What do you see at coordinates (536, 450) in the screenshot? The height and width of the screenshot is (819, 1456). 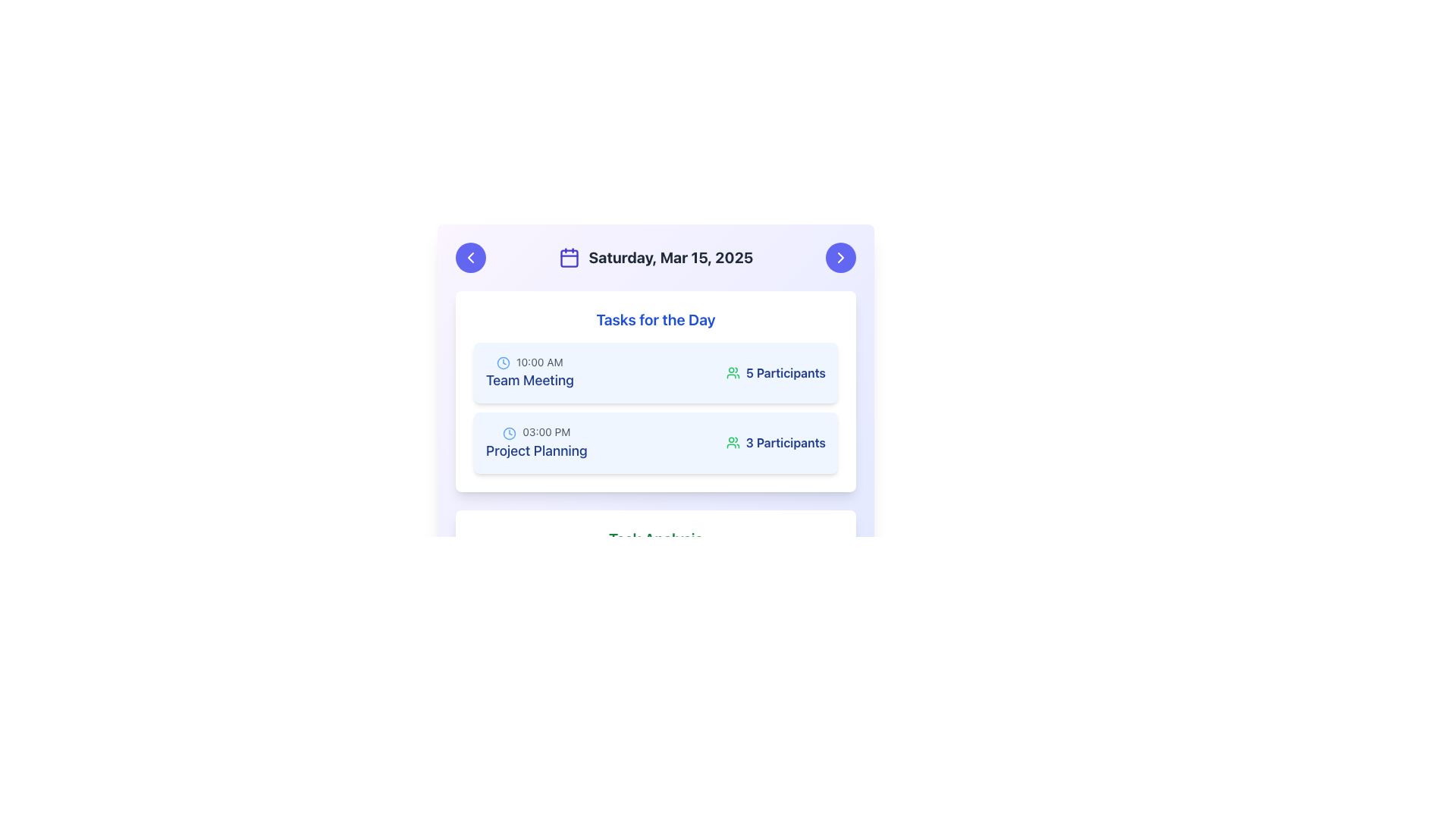 I see `the Text Label titled 'Project Planning' located in the second task card under the 'Tasks for the Day' section, positioned below '03:00 PM' and next to the clock icon` at bounding box center [536, 450].